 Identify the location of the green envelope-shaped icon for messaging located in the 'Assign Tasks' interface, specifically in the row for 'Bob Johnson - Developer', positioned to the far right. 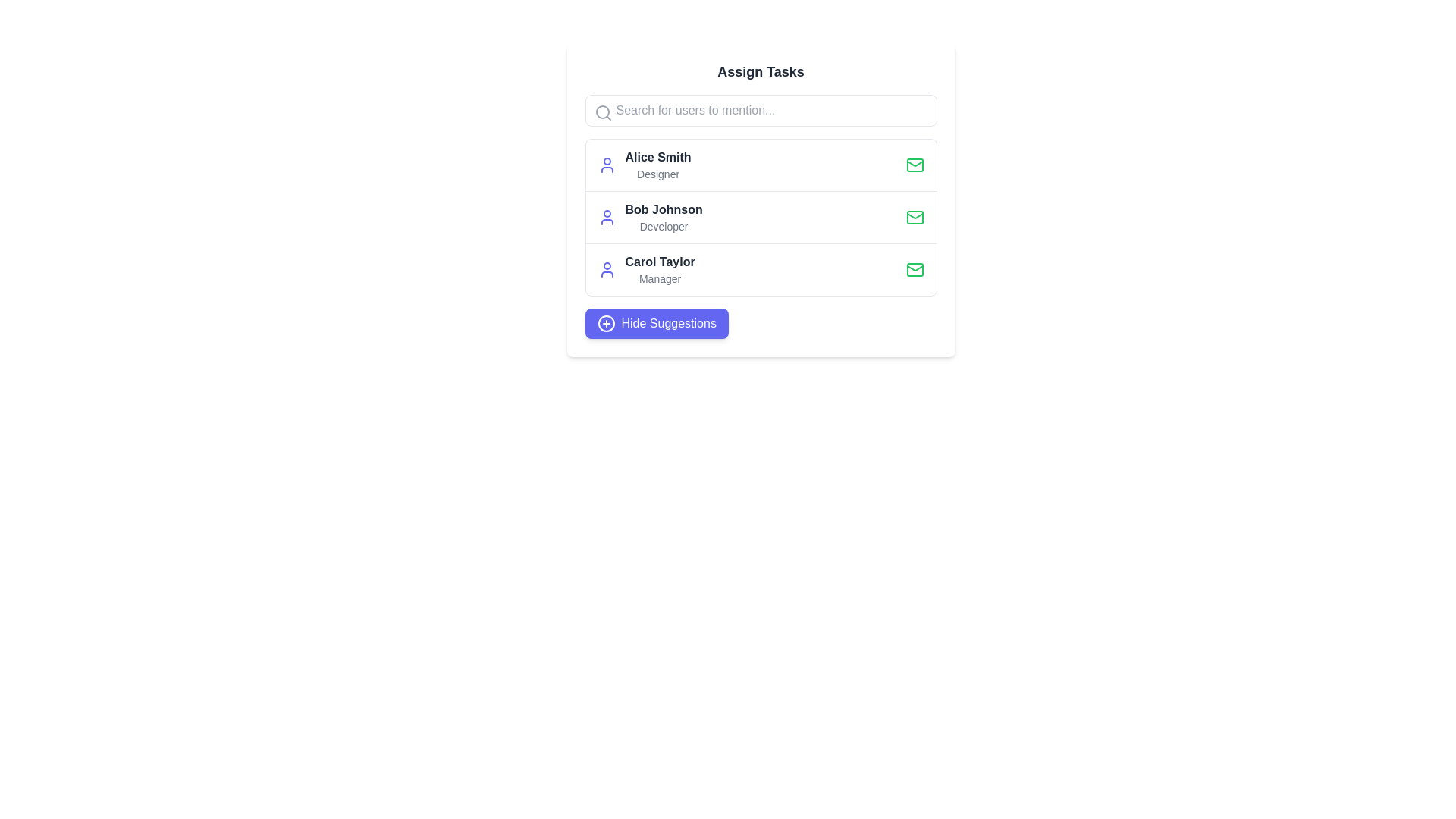
(914, 217).